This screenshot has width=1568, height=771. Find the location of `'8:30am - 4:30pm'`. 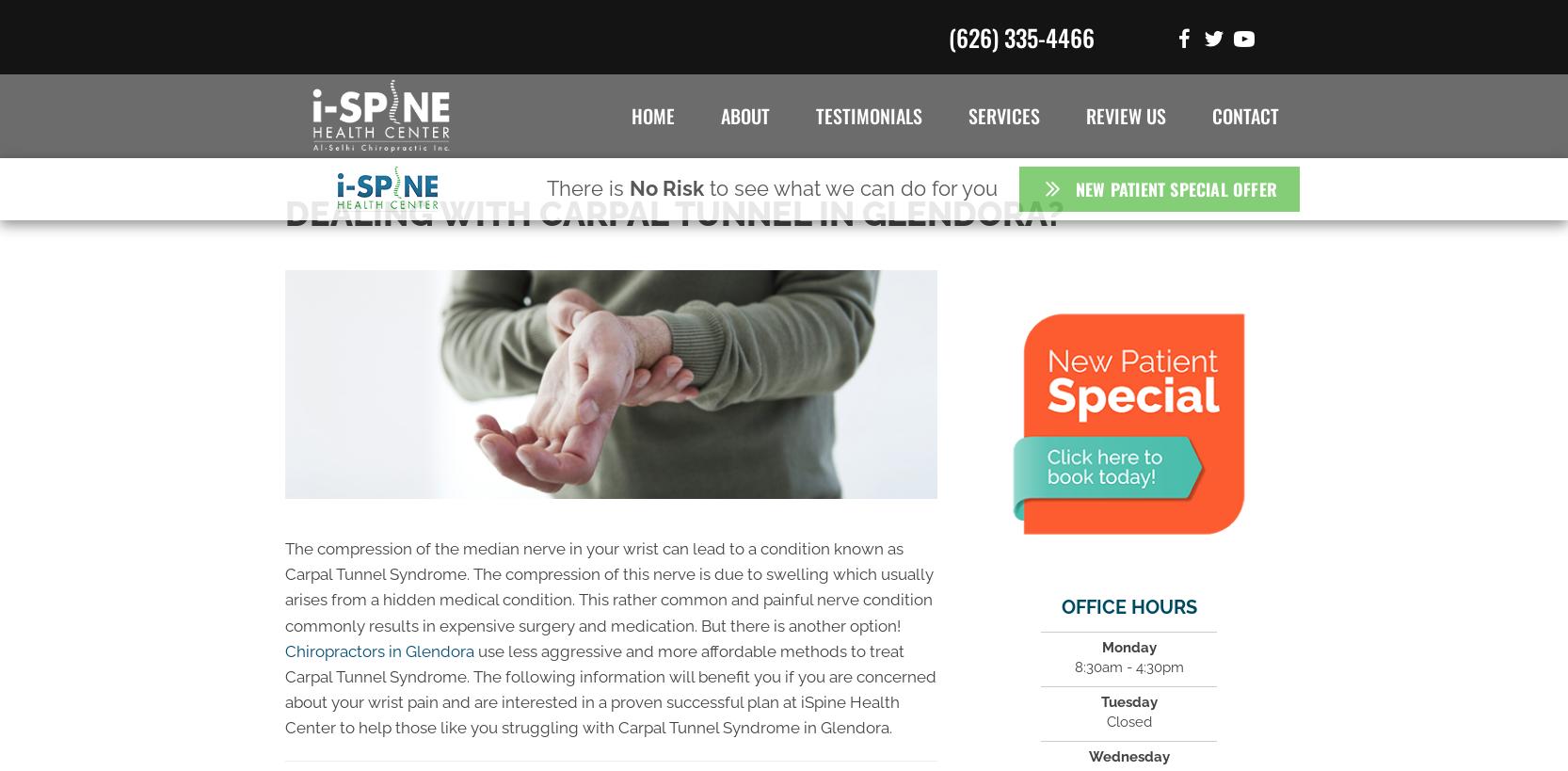

'8:30am - 4:30pm' is located at coordinates (1073, 666).